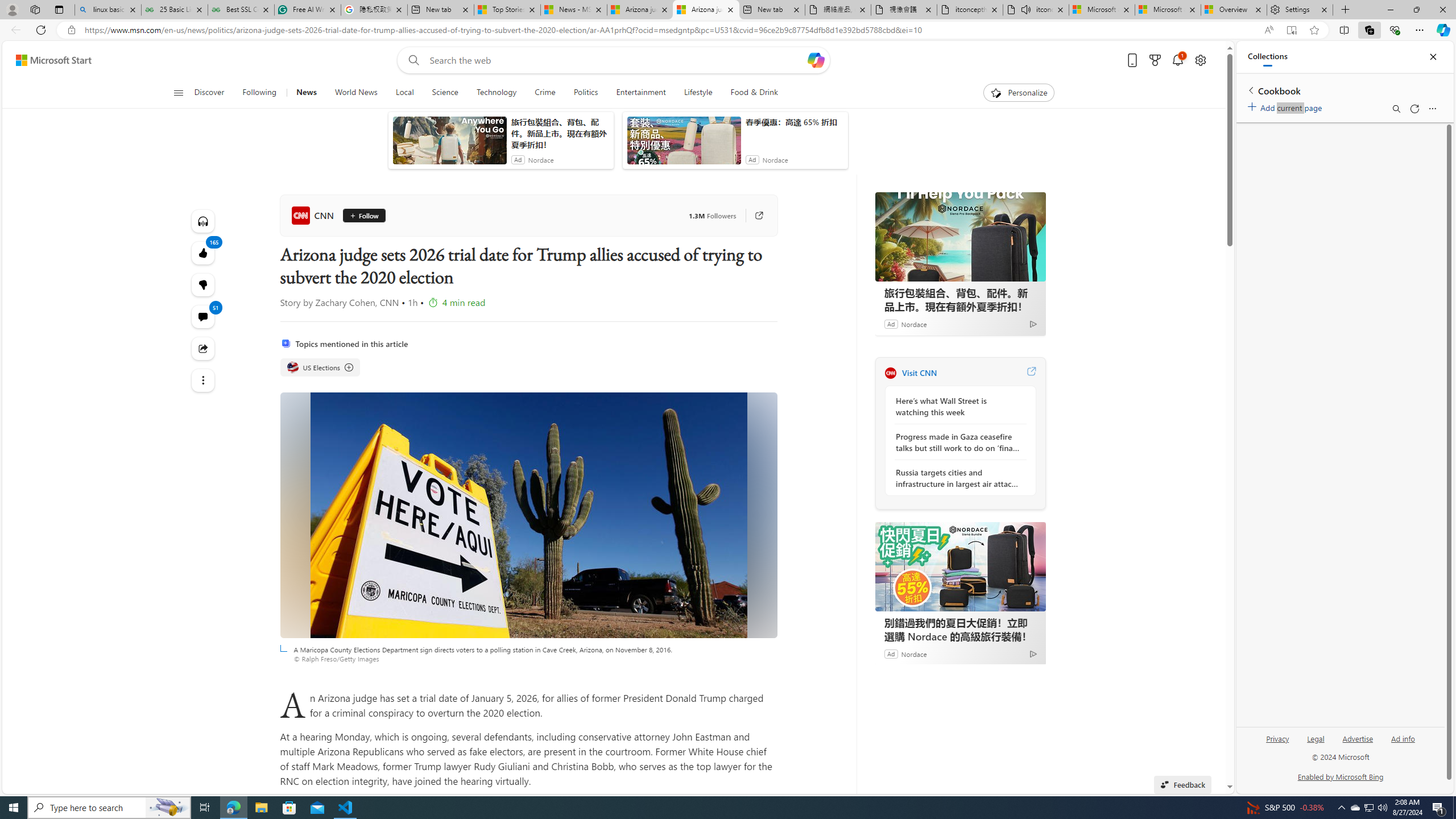  Describe the element at coordinates (201, 253) in the screenshot. I see `'165 Like'` at that location.